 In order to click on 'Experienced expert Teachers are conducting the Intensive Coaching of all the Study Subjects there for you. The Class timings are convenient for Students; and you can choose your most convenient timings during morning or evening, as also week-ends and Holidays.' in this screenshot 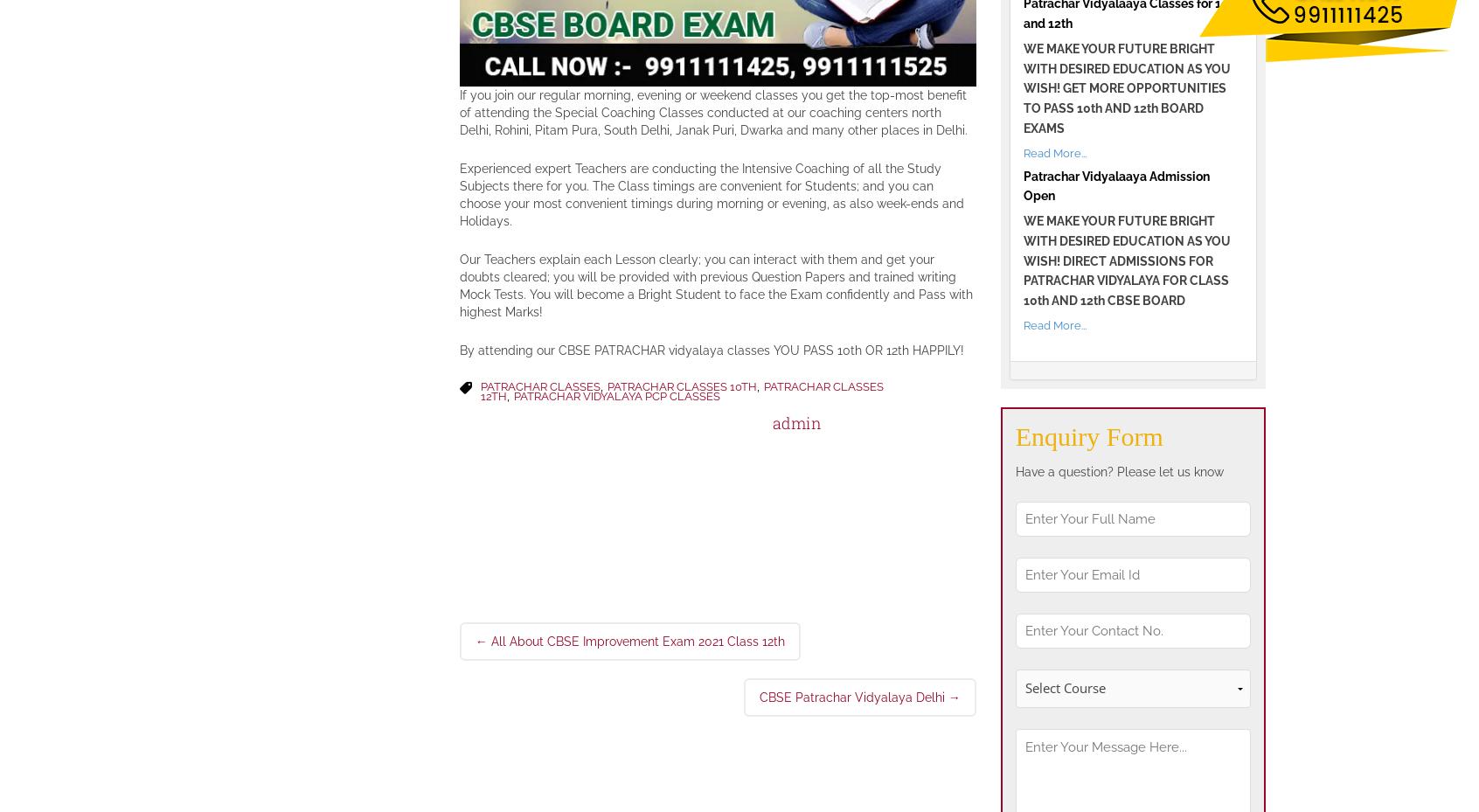, I will do `click(711, 193)`.